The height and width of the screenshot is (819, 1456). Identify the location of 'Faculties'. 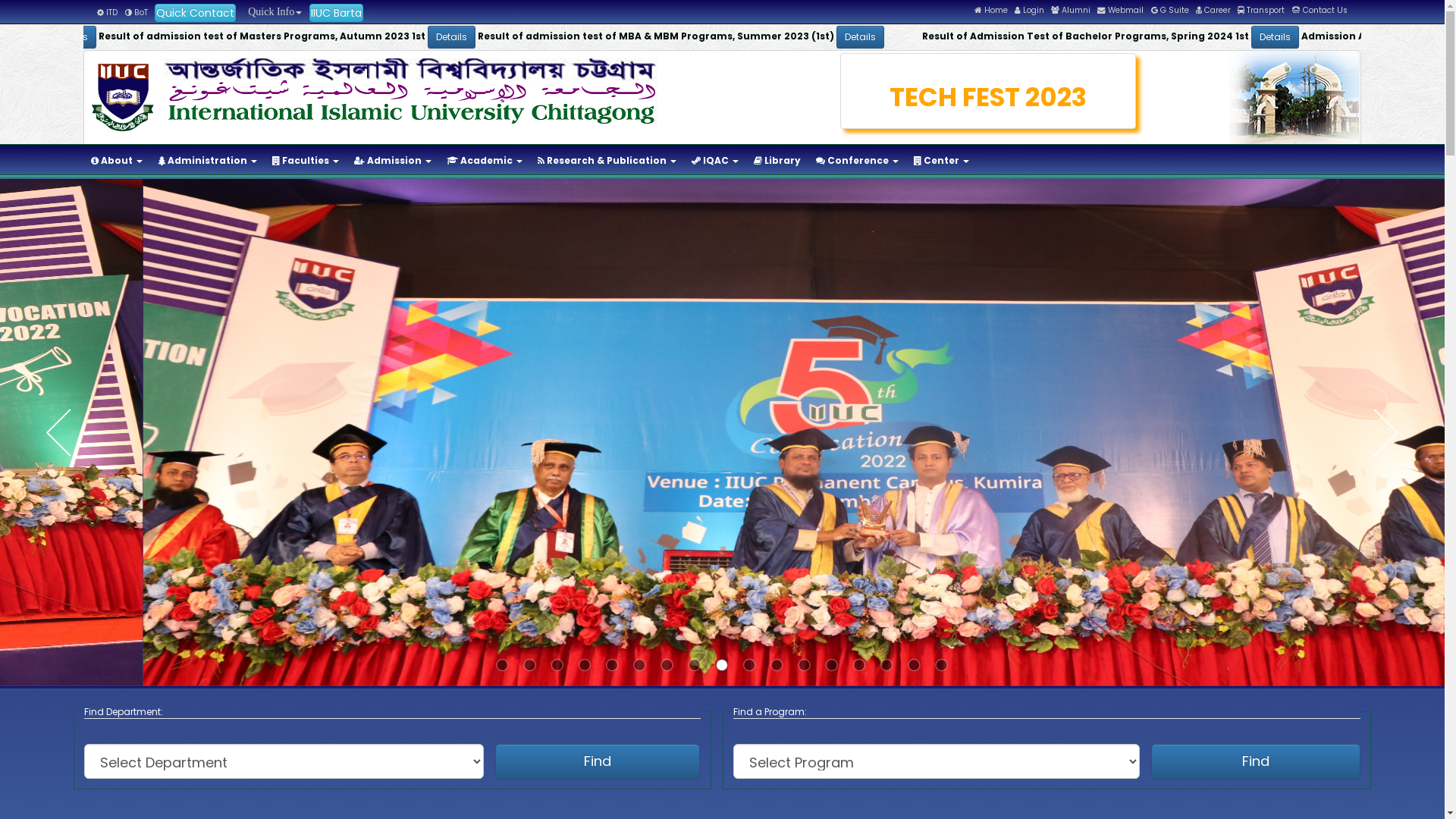
(305, 161).